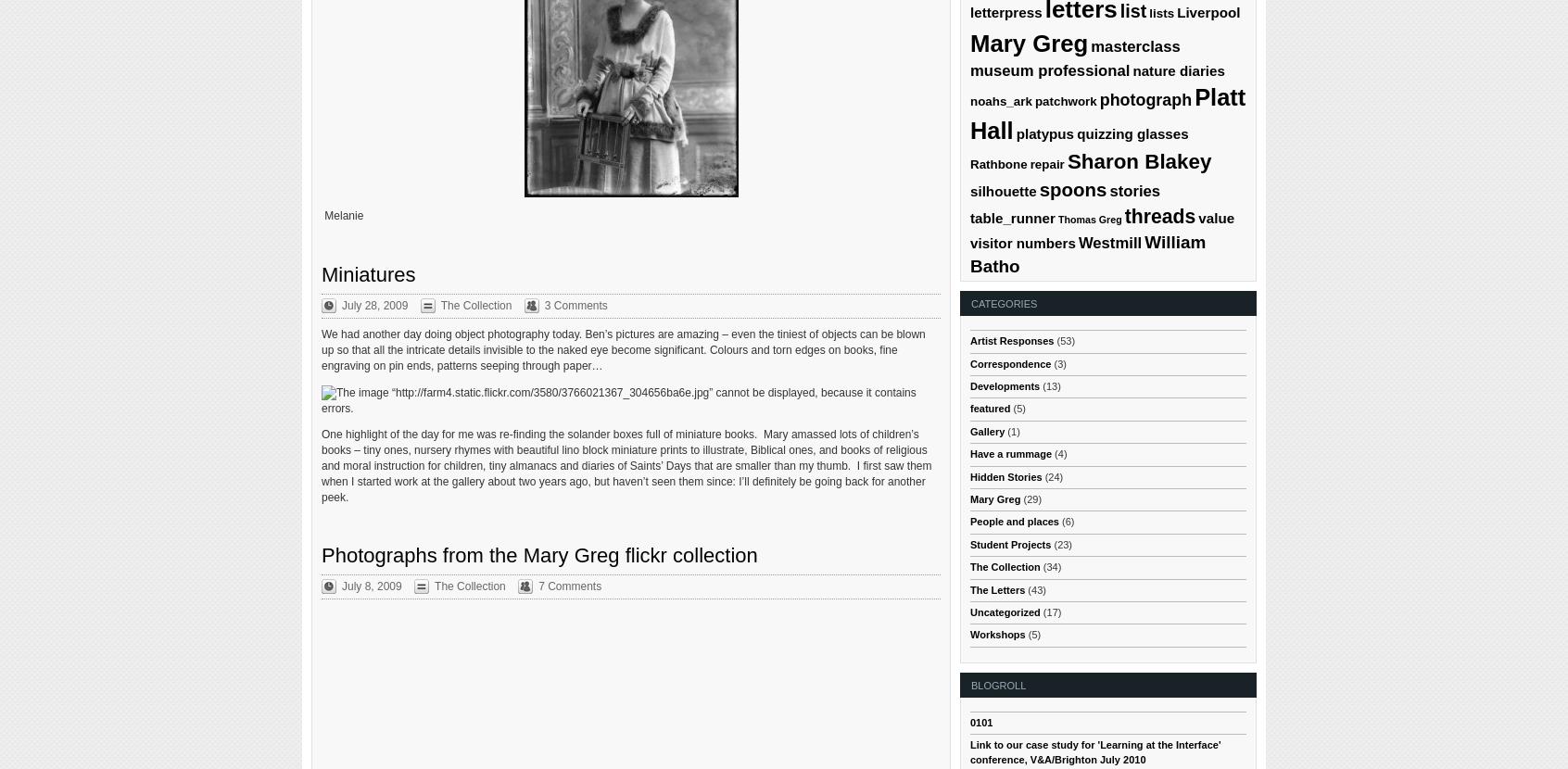  What do you see at coordinates (1011, 453) in the screenshot?
I see `'Have a rummage'` at bounding box center [1011, 453].